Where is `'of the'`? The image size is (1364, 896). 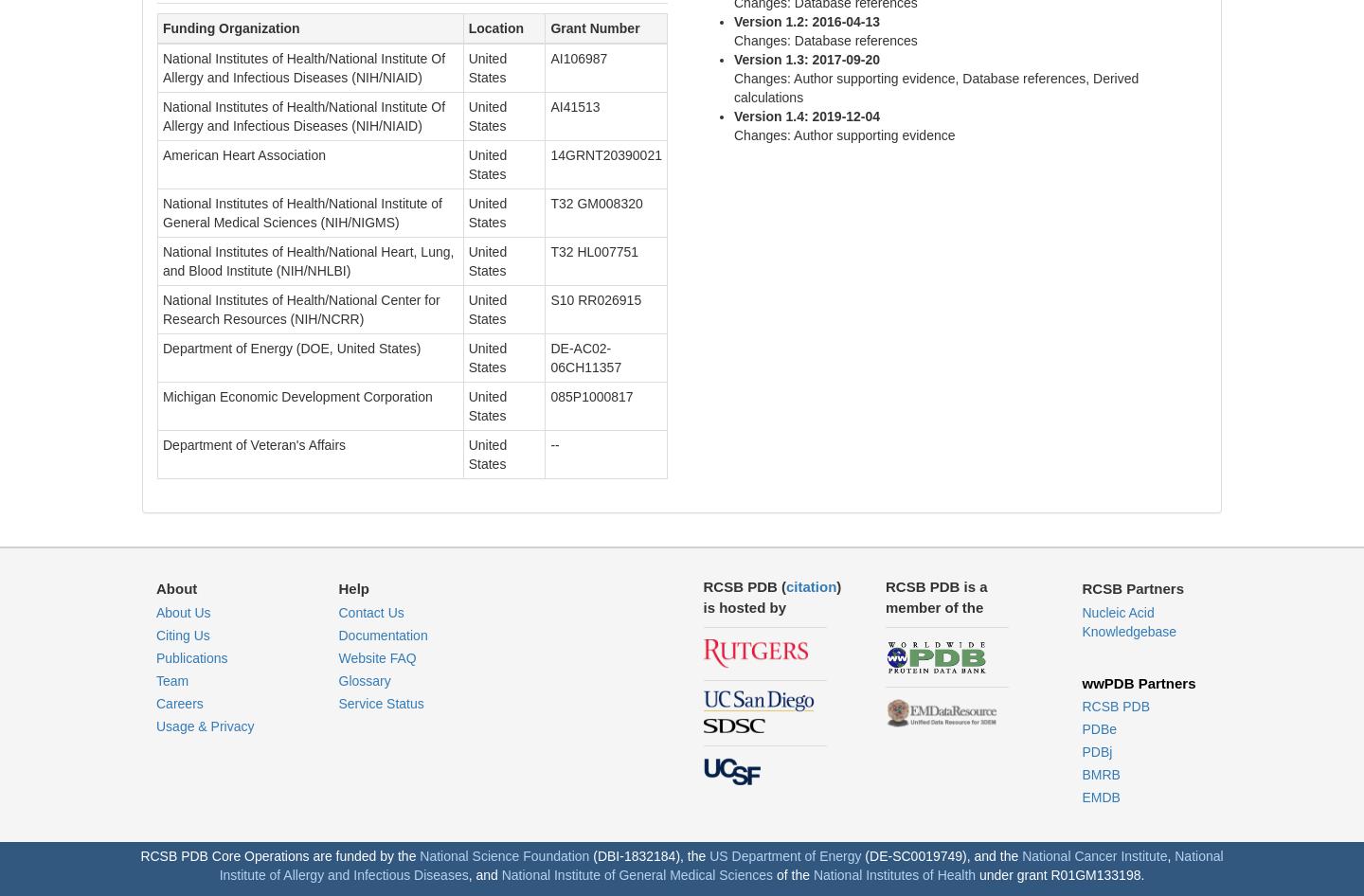
'of the' is located at coordinates (793, 873).